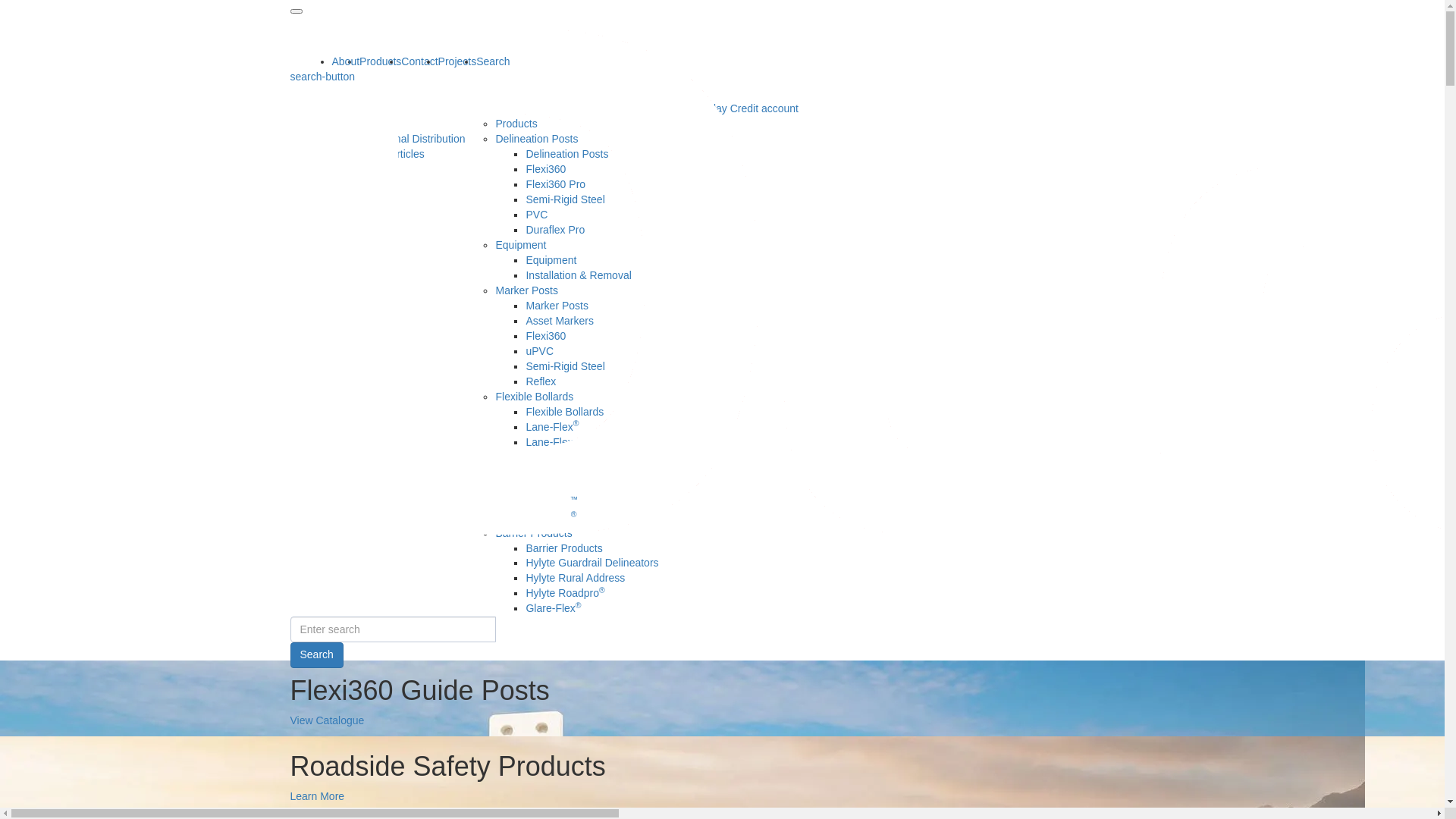  I want to click on 'Projects', so click(457, 61).